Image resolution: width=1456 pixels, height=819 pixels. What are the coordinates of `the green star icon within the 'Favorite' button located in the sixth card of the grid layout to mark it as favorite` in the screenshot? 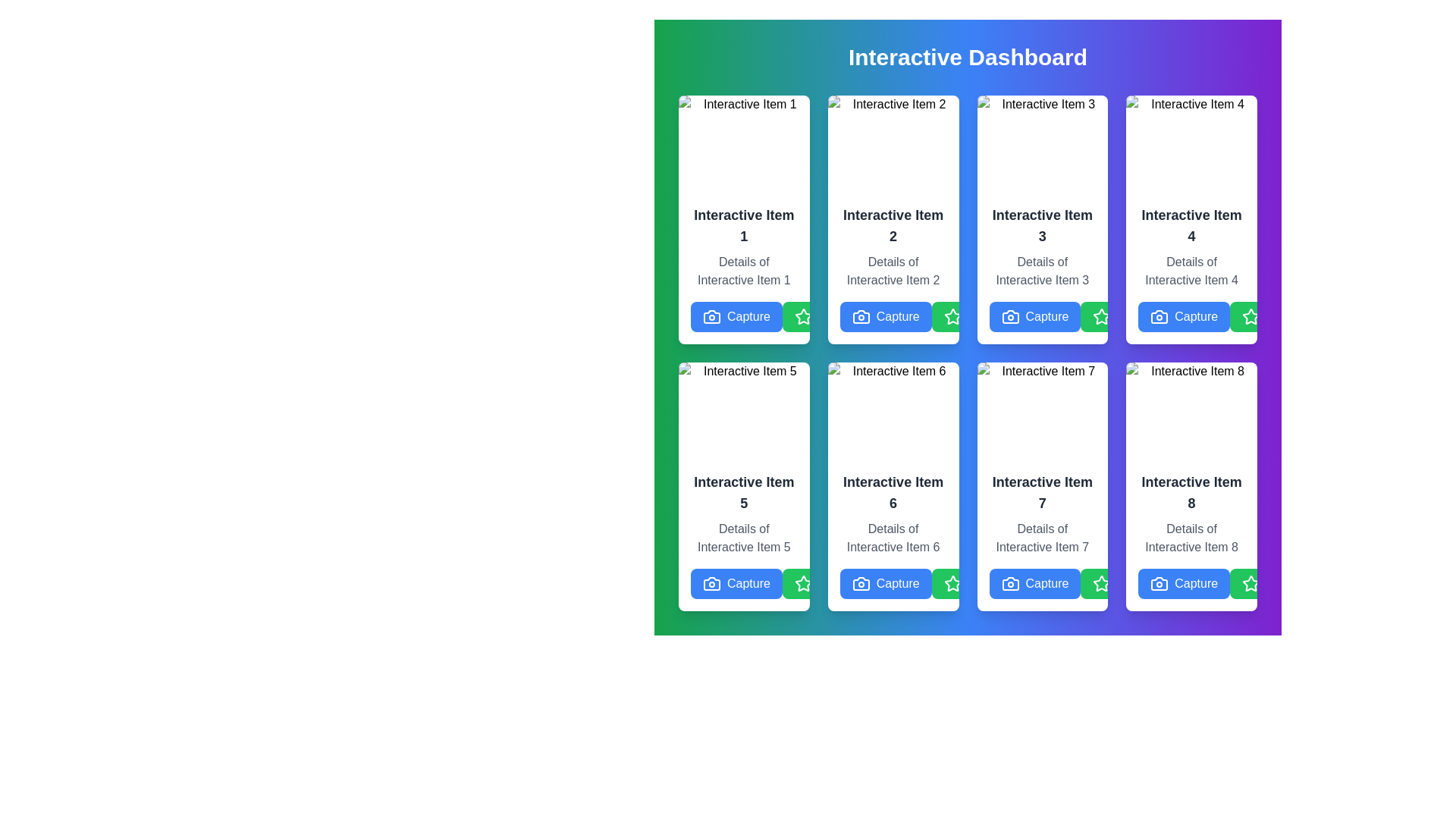 It's located at (952, 583).